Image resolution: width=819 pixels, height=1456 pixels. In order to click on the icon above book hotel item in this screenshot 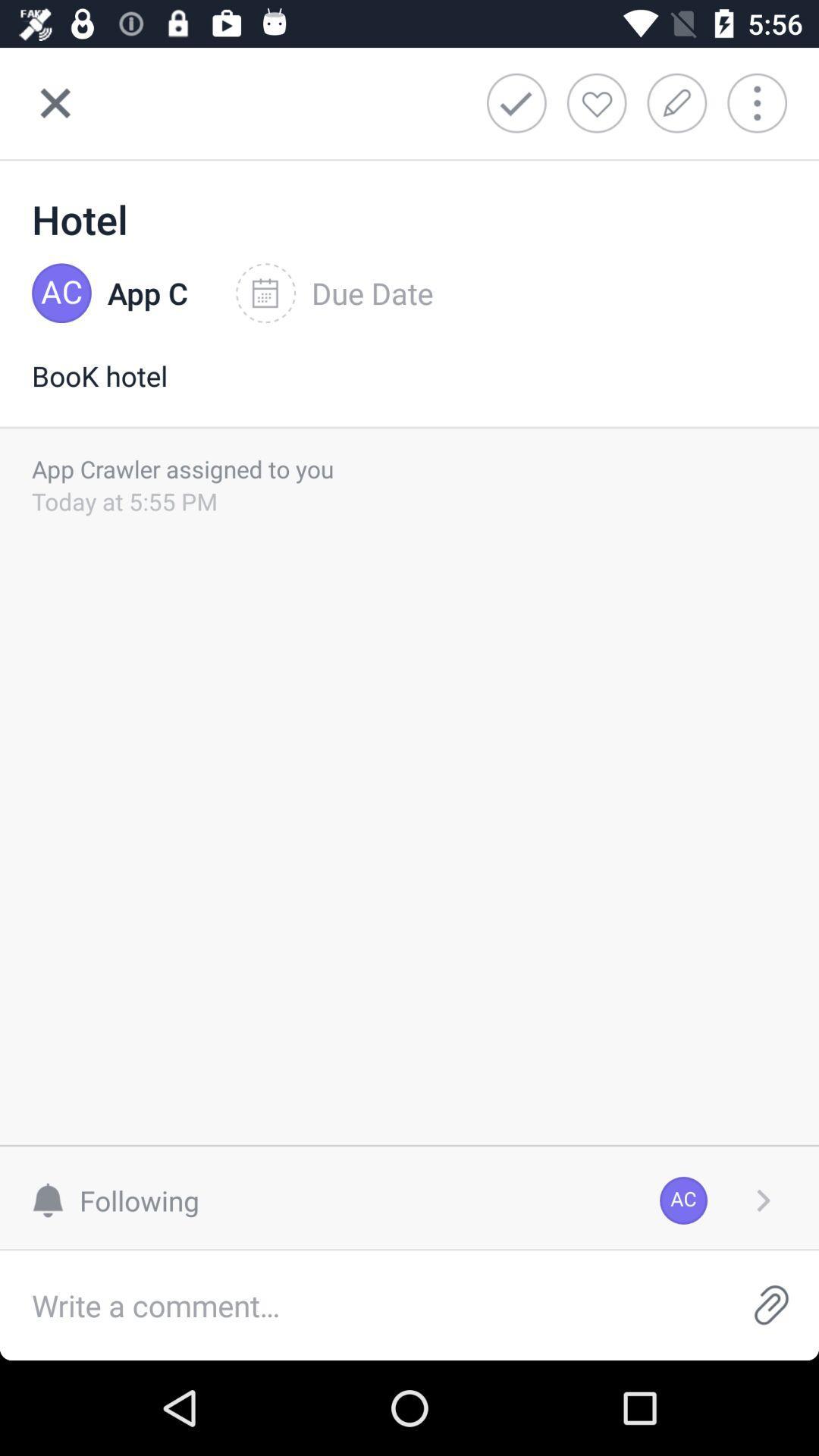, I will do `click(148, 293)`.